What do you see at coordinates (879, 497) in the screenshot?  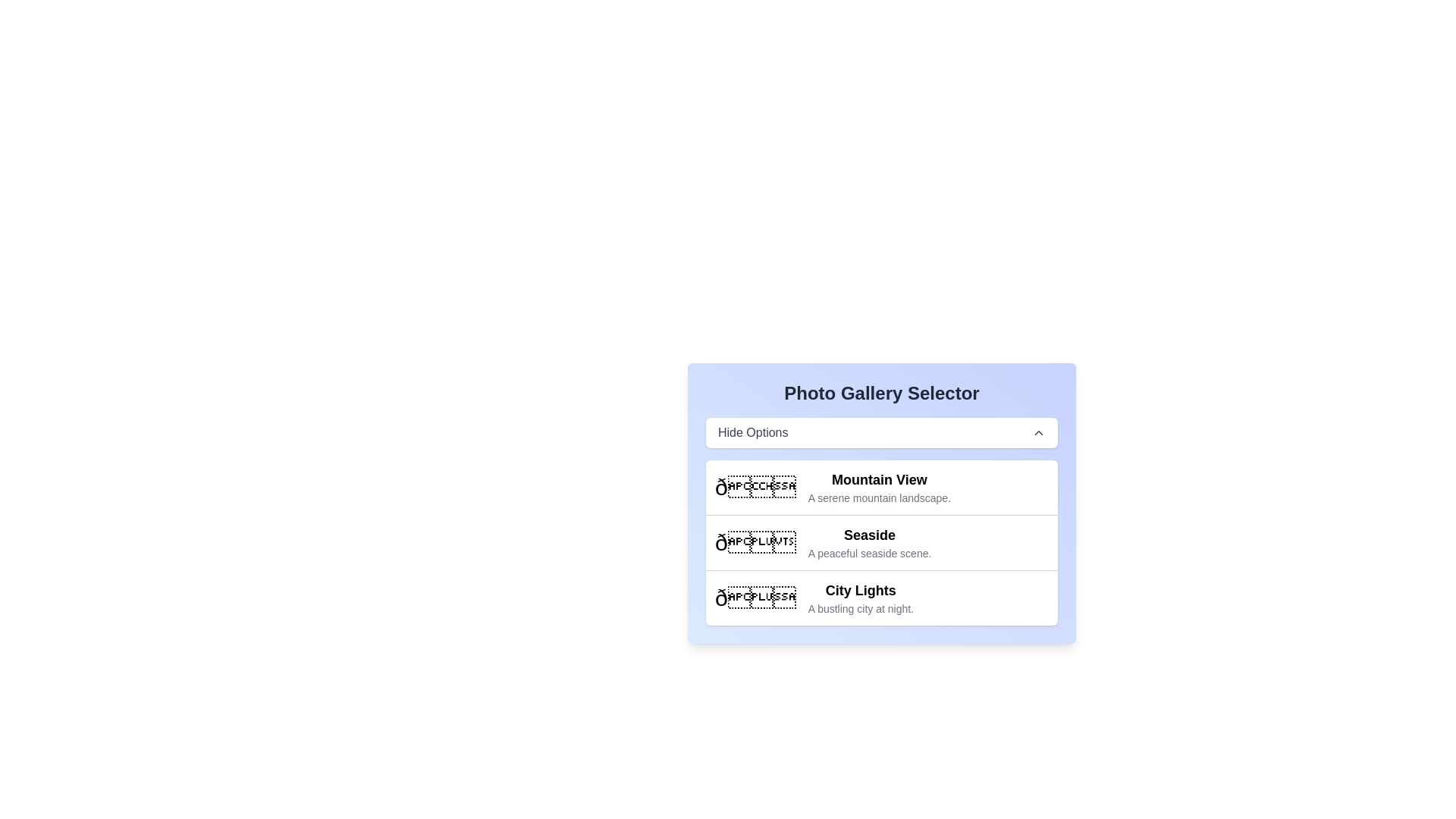 I see `description text for the photo gallery item titled 'Mountain View' located directly below its title in the gallery selector interface` at bounding box center [879, 497].